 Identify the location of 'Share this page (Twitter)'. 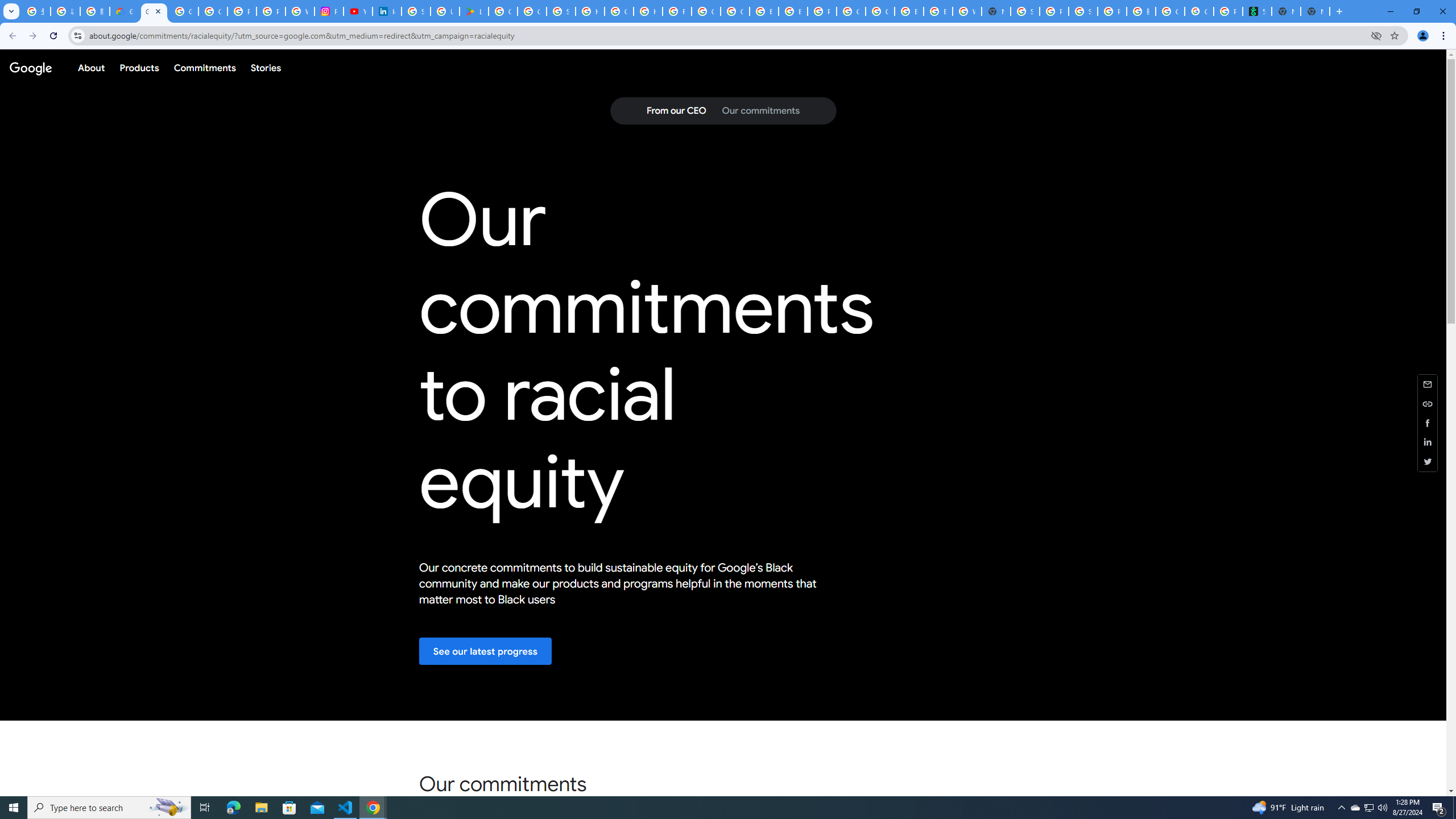
(1428, 461).